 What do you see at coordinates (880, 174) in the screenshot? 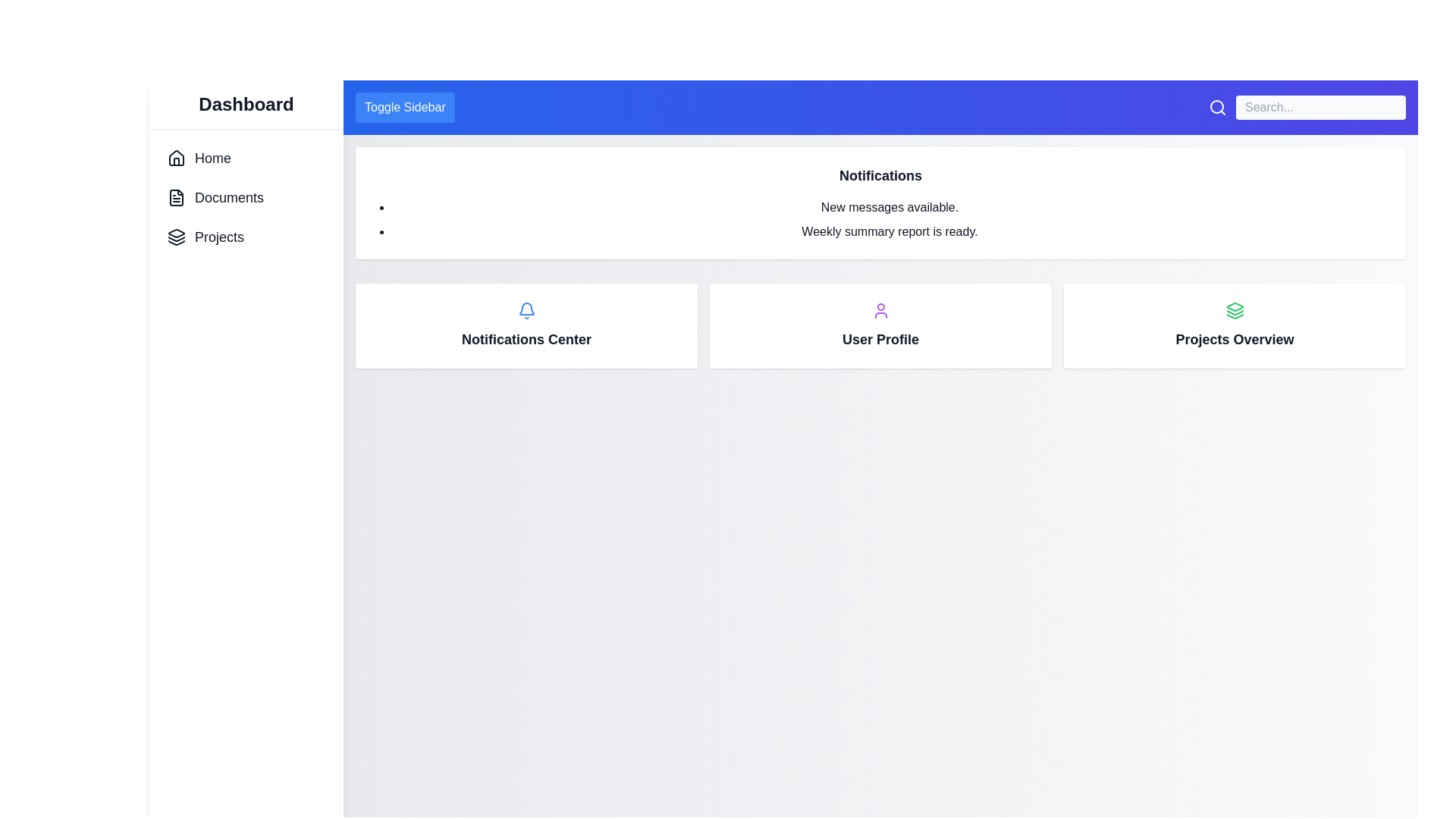
I see `the 'Notifications' static text header which is bold and prominently styled, located at the top of a white card with rounded corners` at bounding box center [880, 174].